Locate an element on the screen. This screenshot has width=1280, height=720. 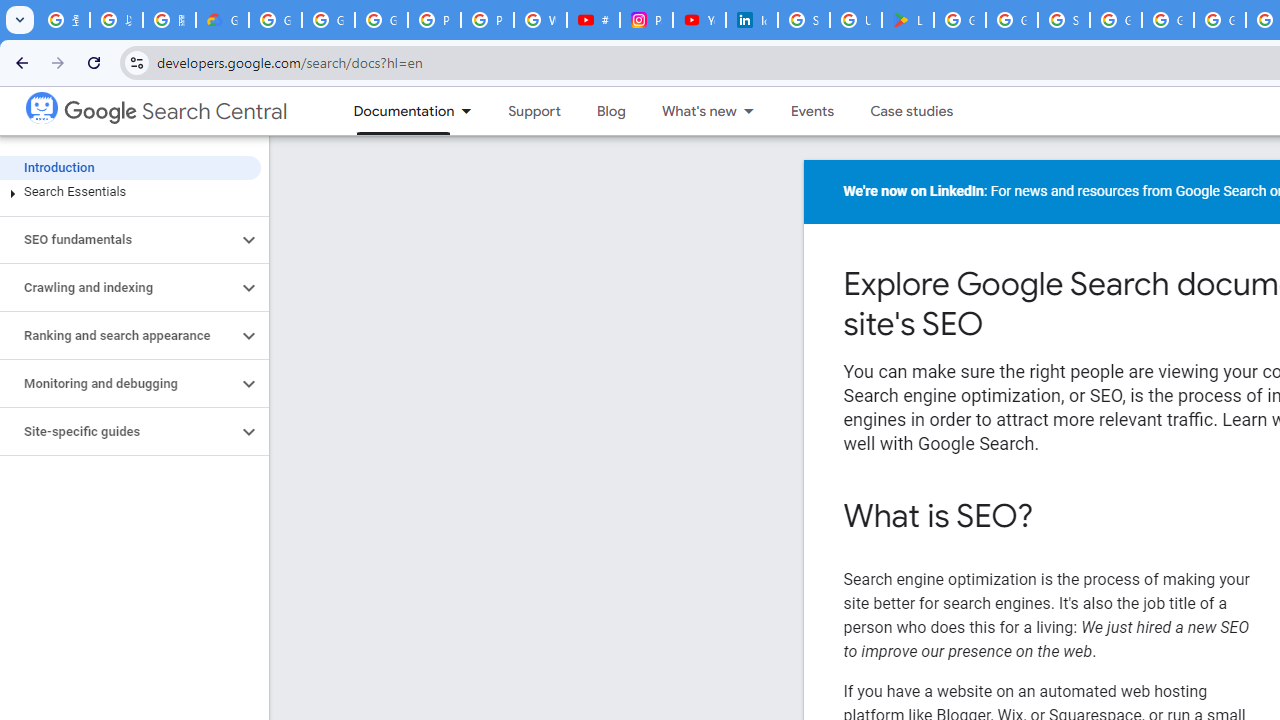
'Google Workspace - Specific Terms' is located at coordinates (1011, 20).